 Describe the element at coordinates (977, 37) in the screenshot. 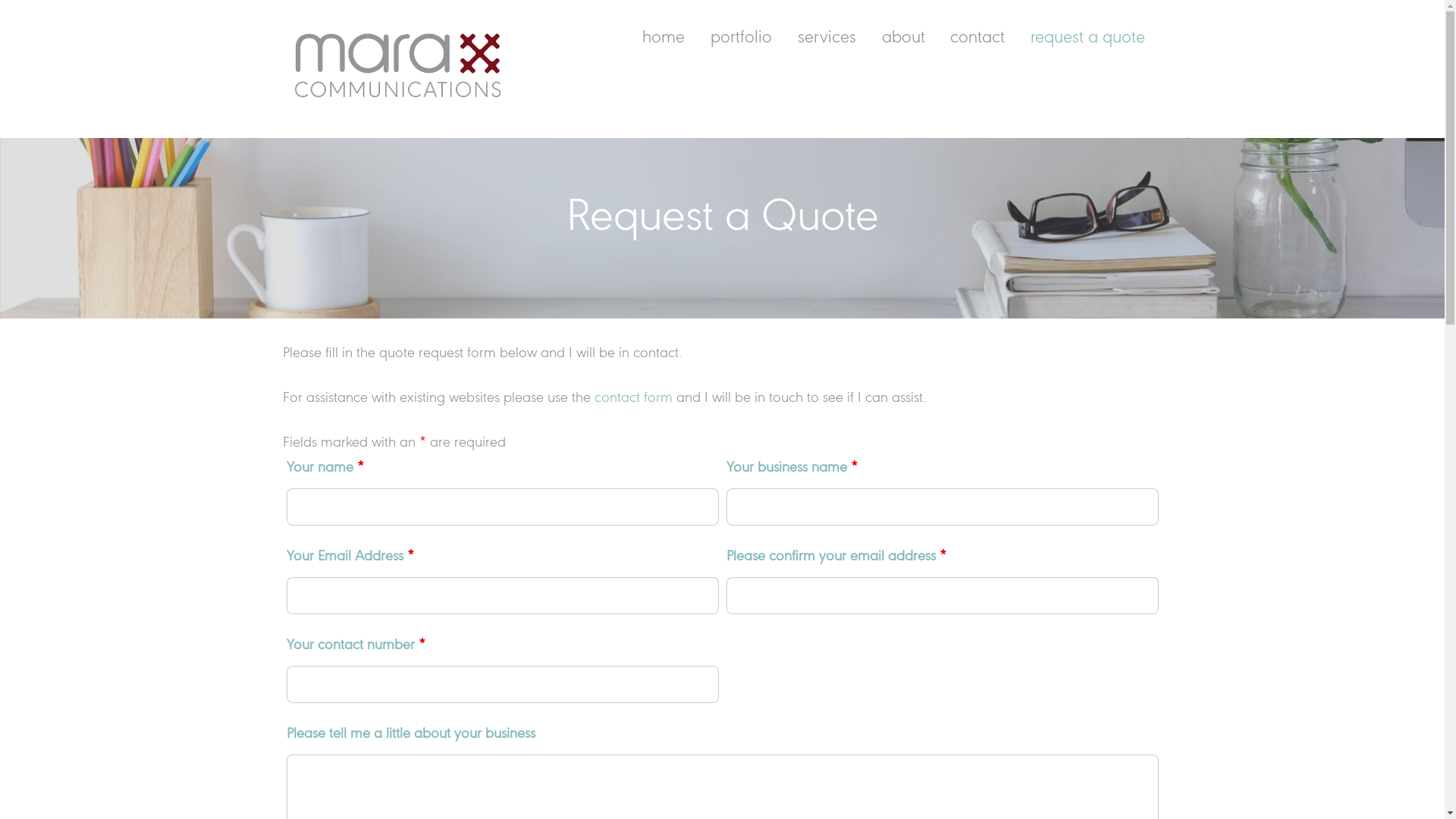

I see `'contact'` at that location.